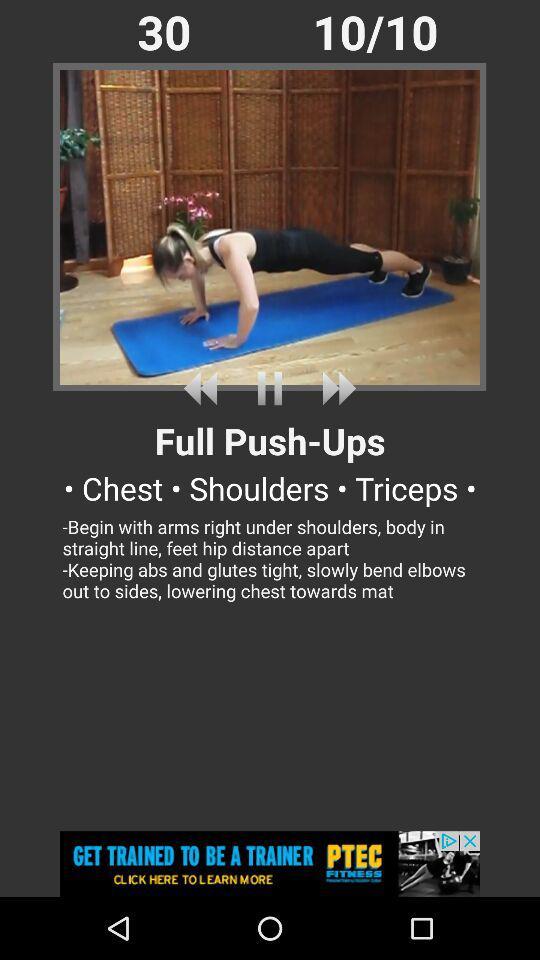 This screenshot has width=540, height=960. What do you see at coordinates (270, 863) in the screenshot?
I see `advertisements website` at bounding box center [270, 863].